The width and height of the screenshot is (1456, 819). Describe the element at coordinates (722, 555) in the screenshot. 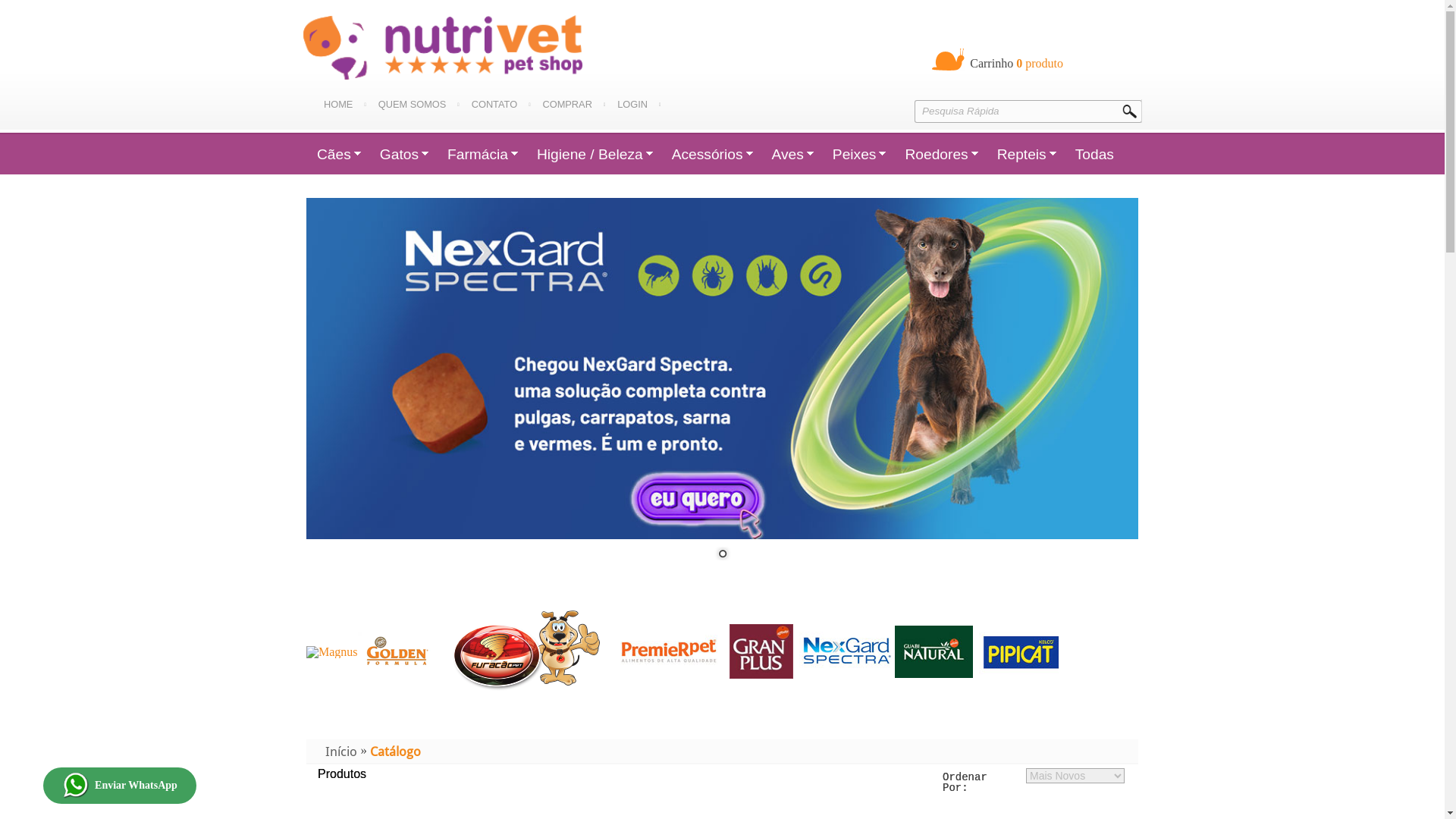

I see `'1'` at that location.